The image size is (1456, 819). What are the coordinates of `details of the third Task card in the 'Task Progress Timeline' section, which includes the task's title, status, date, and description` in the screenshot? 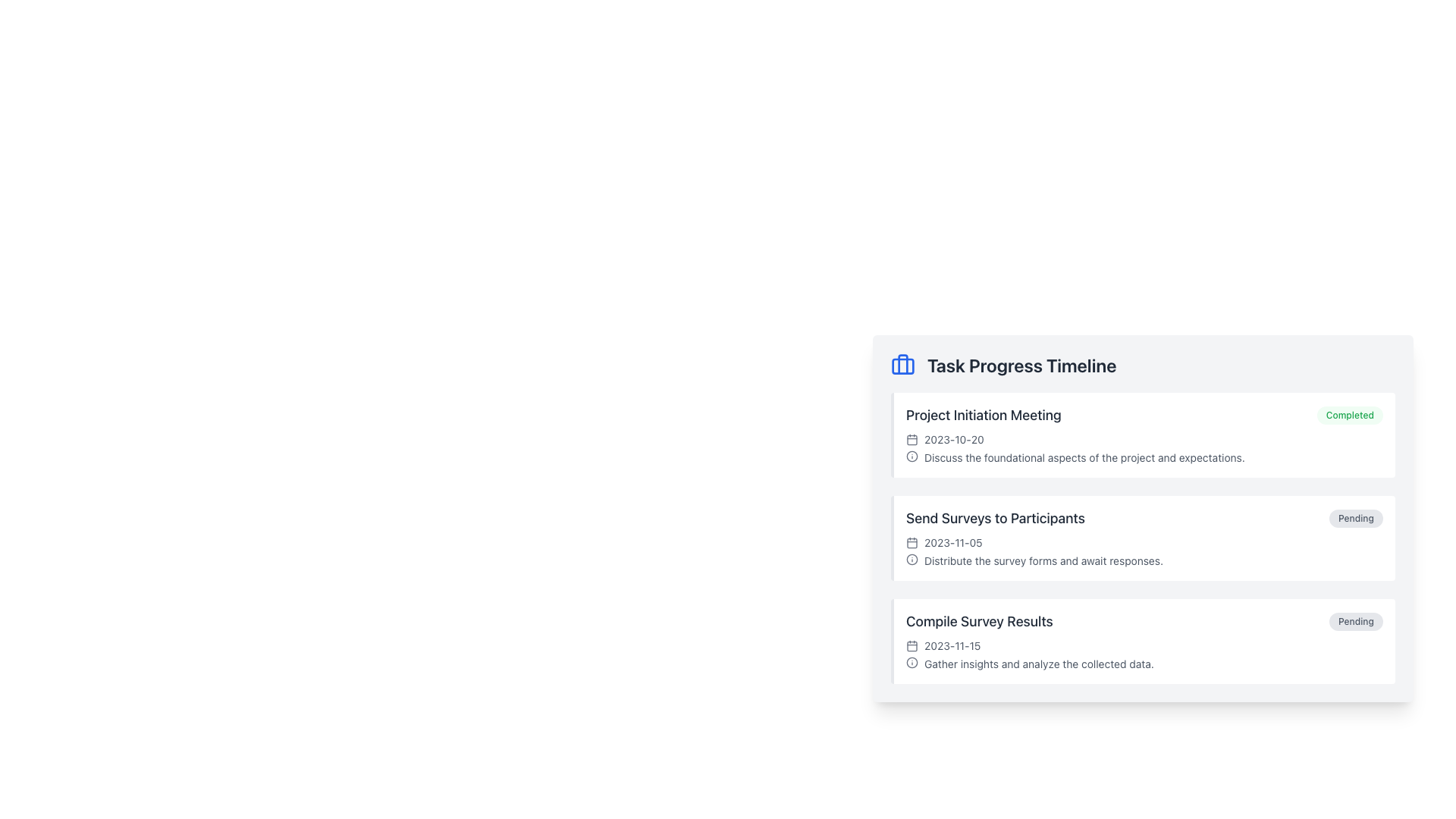 It's located at (1143, 641).